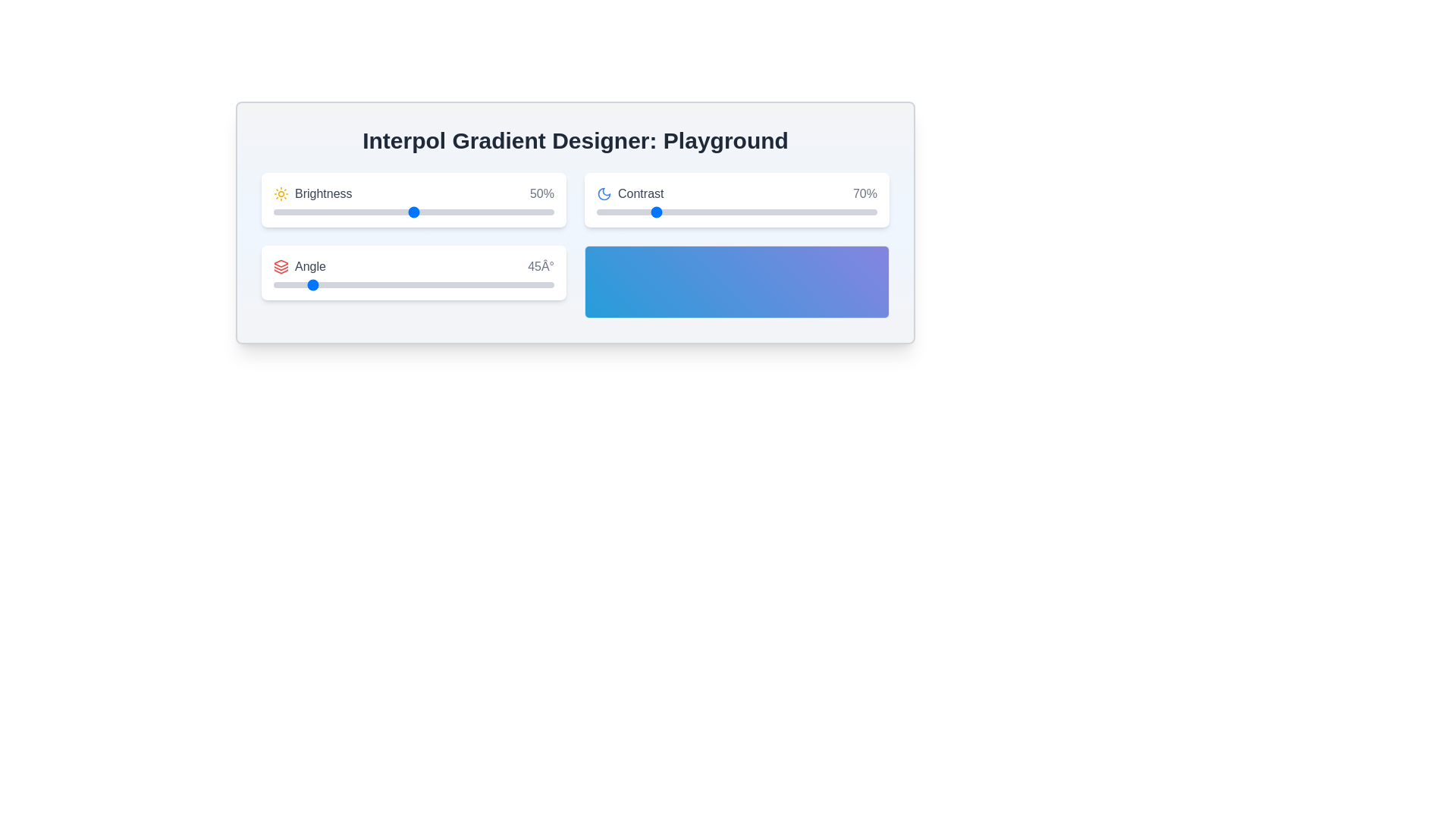 This screenshot has height=819, width=1456. What do you see at coordinates (795, 212) in the screenshot?
I see `the contrast level` at bounding box center [795, 212].